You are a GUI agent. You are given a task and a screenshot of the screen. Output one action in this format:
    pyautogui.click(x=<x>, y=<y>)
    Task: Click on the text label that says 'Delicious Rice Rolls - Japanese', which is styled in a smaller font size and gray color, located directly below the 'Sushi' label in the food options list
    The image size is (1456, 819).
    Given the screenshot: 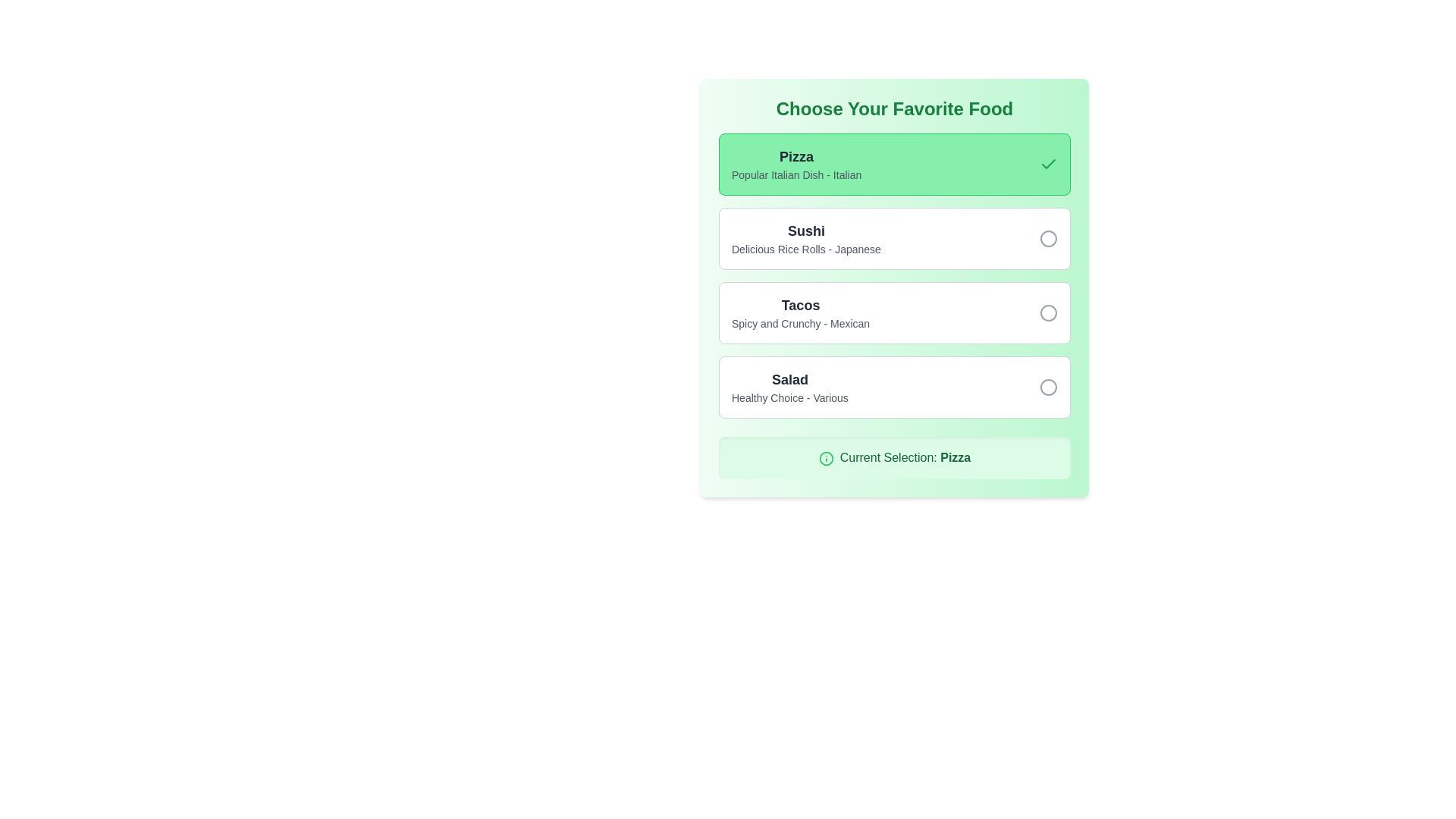 What is the action you would take?
    pyautogui.click(x=805, y=248)
    